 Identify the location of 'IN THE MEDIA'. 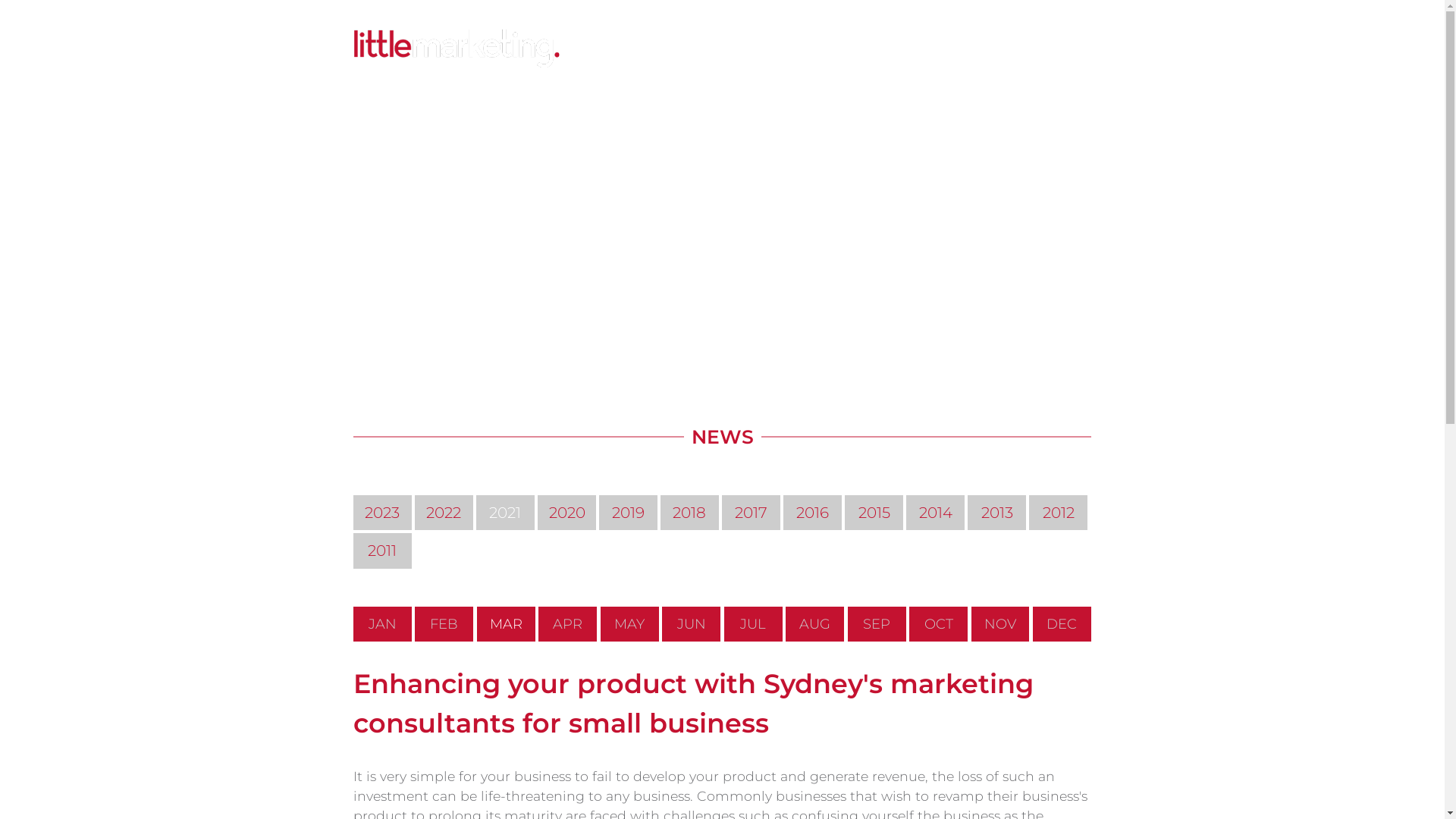
(671, 49).